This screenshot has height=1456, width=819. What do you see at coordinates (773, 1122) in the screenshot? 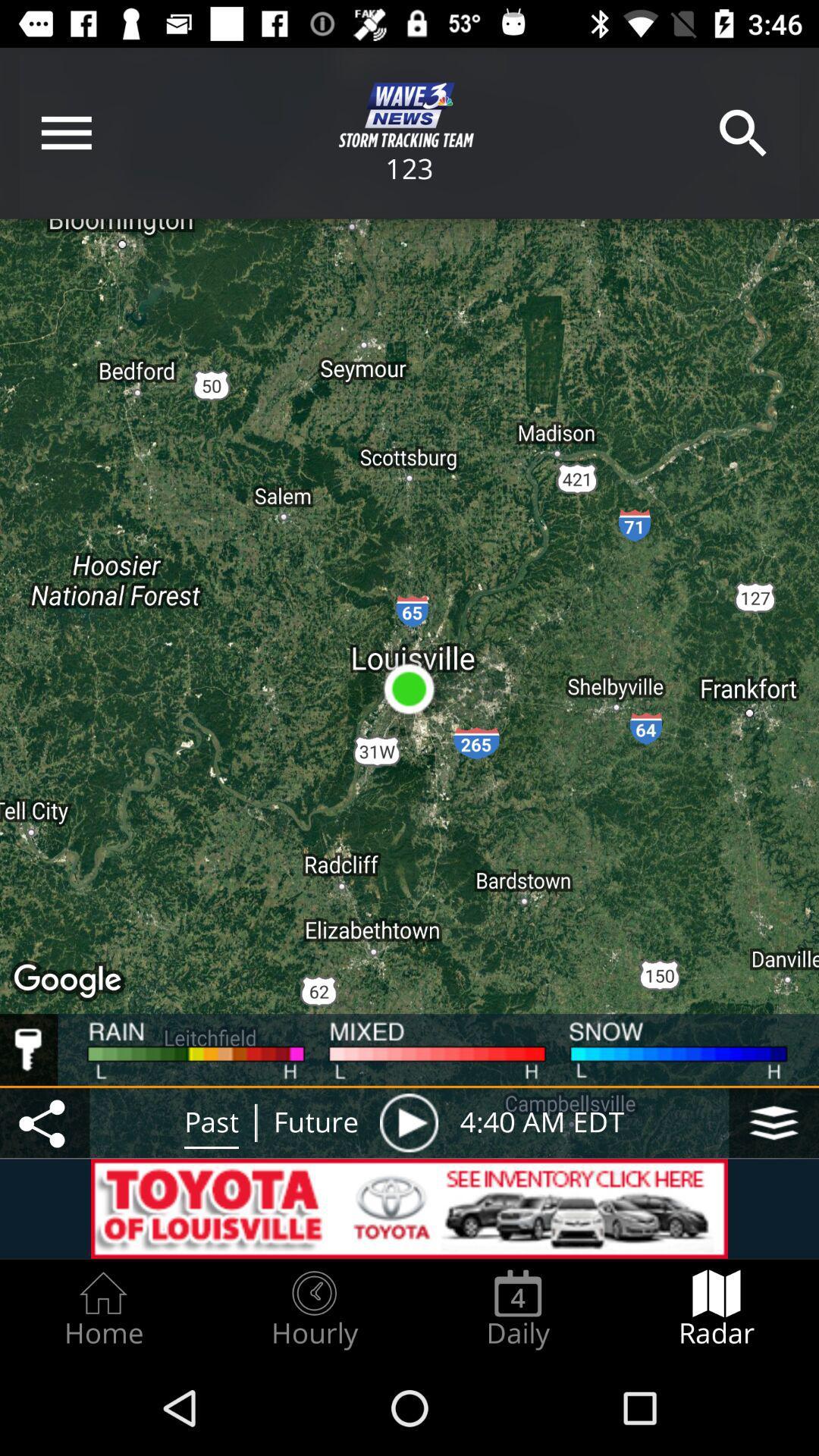
I see `the layers icon` at bounding box center [773, 1122].